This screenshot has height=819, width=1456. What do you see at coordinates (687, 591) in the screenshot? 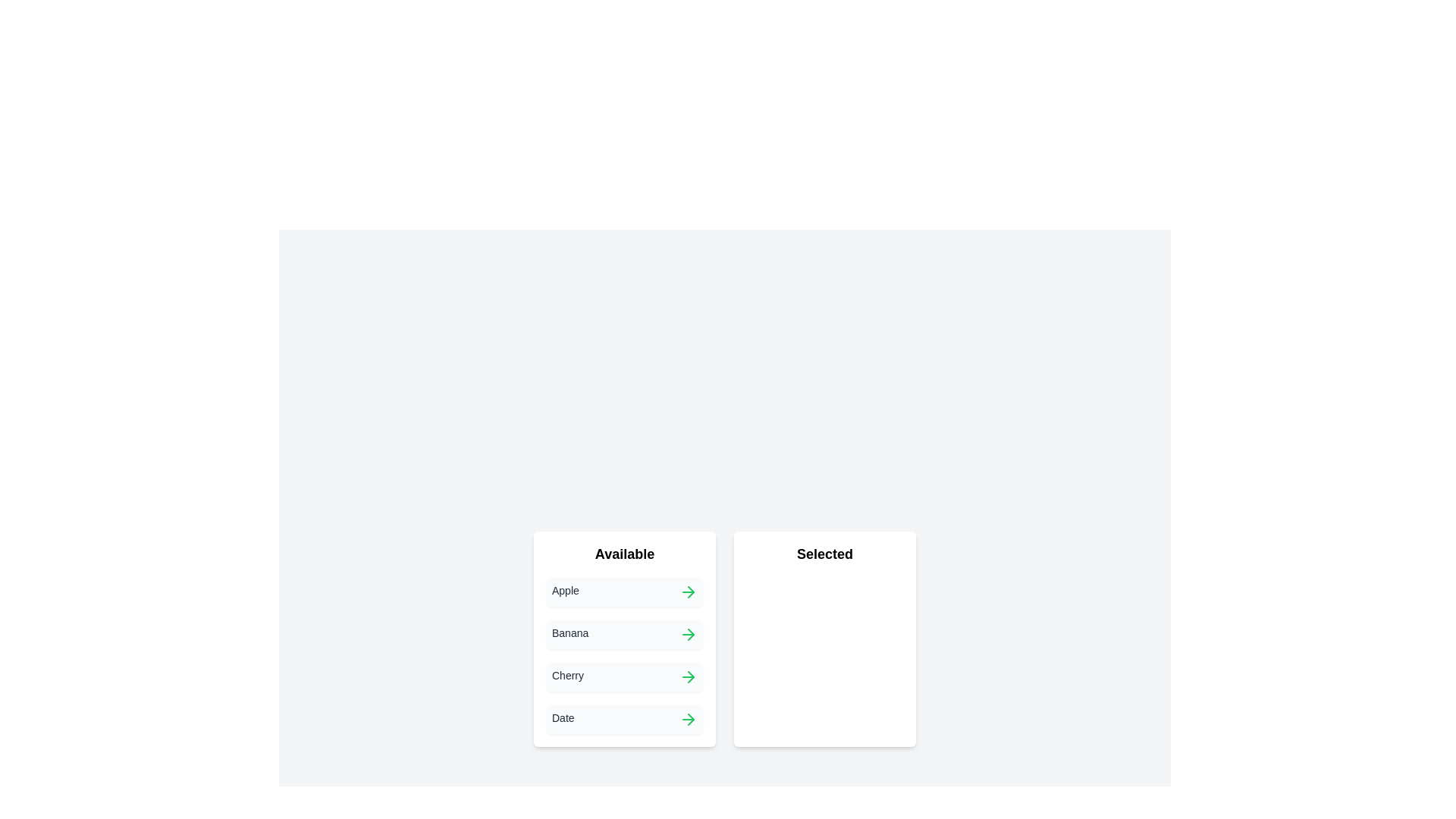
I see `the green arrow button next to the item 'Apple' in the 'Available' list to transfer it to the 'Selected' list` at bounding box center [687, 591].